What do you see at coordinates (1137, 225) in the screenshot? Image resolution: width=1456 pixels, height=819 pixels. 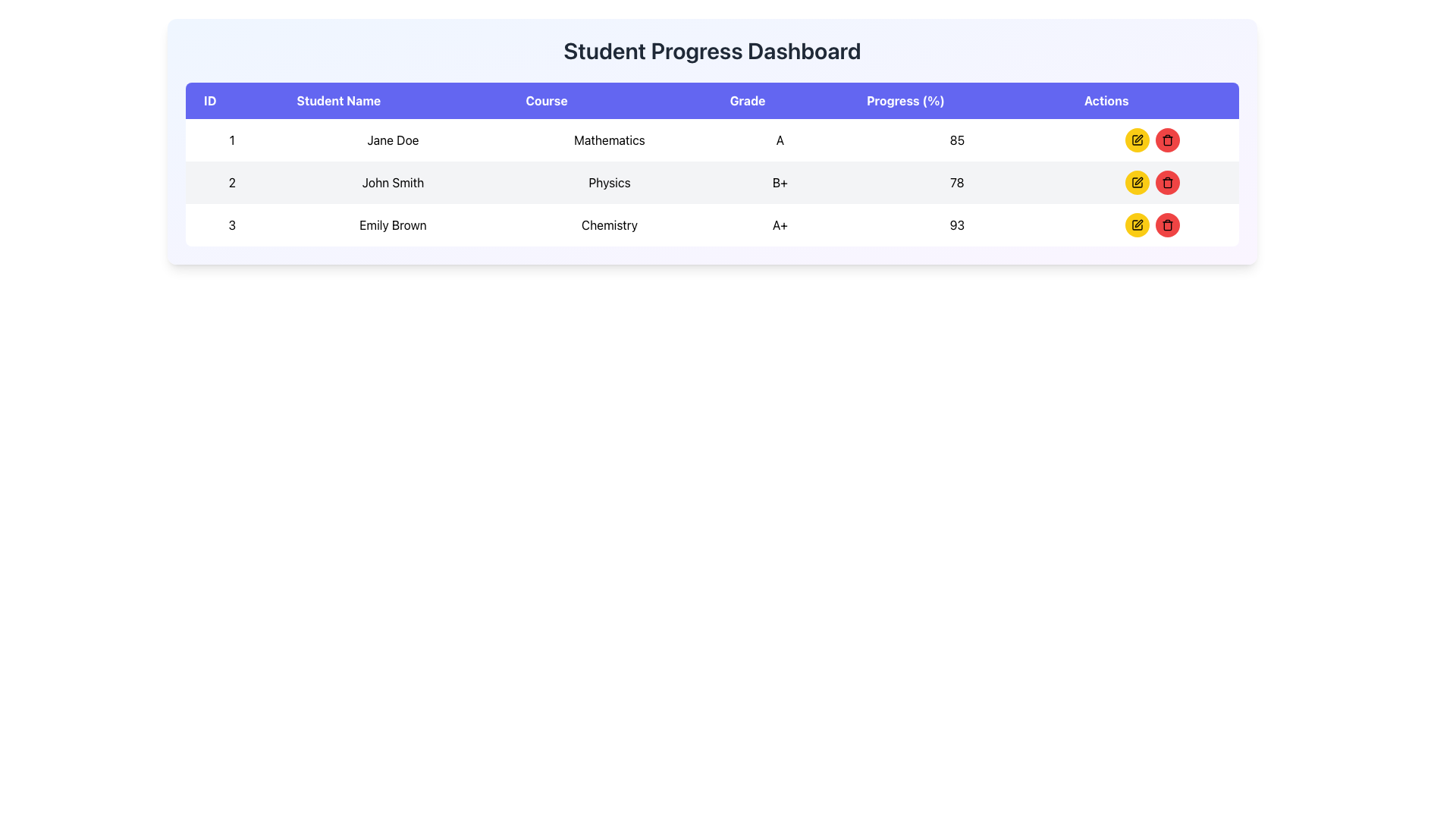 I see `the edit button located in the 'Actions' column of the third row in the 'Student Progress Dashboard'` at bounding box center [1137, 225].